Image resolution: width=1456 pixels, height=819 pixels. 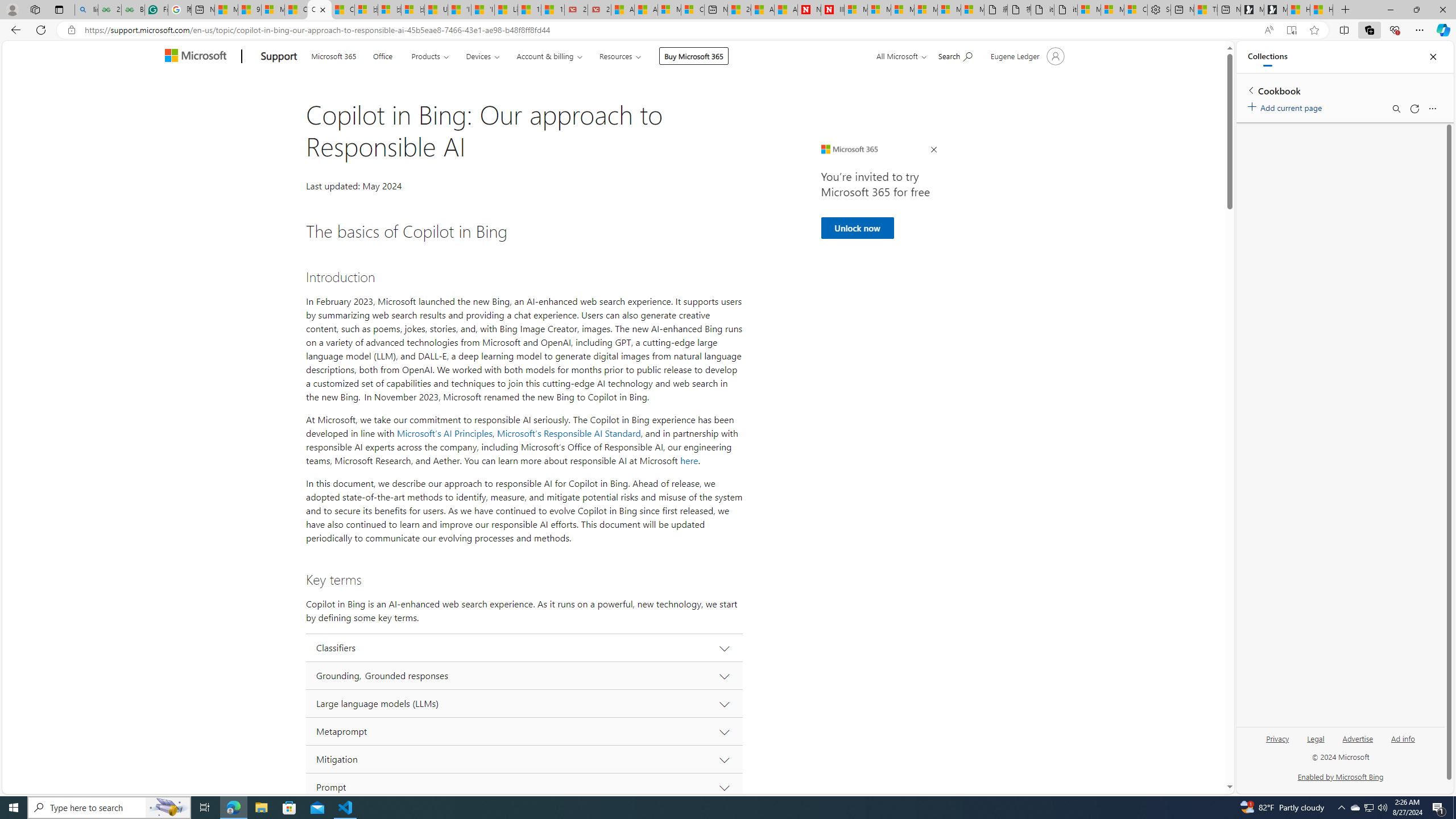 What do you see at coordinates (436, 9) in the screenshot?
I see `'USA TODAY - MSN'` at bounding box center [436, 9].